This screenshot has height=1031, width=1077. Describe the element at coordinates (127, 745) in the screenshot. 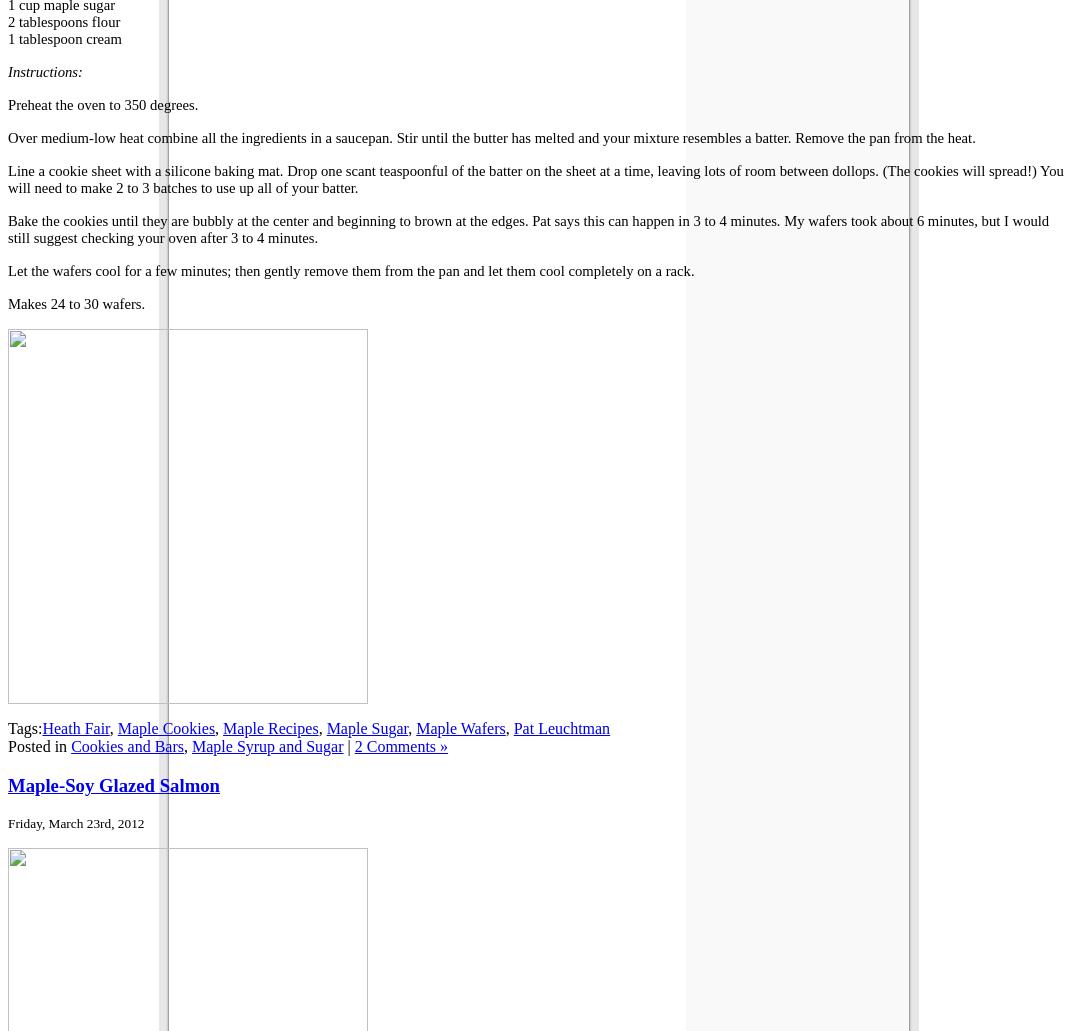

I see `'Cookies and Bars'` at that location.